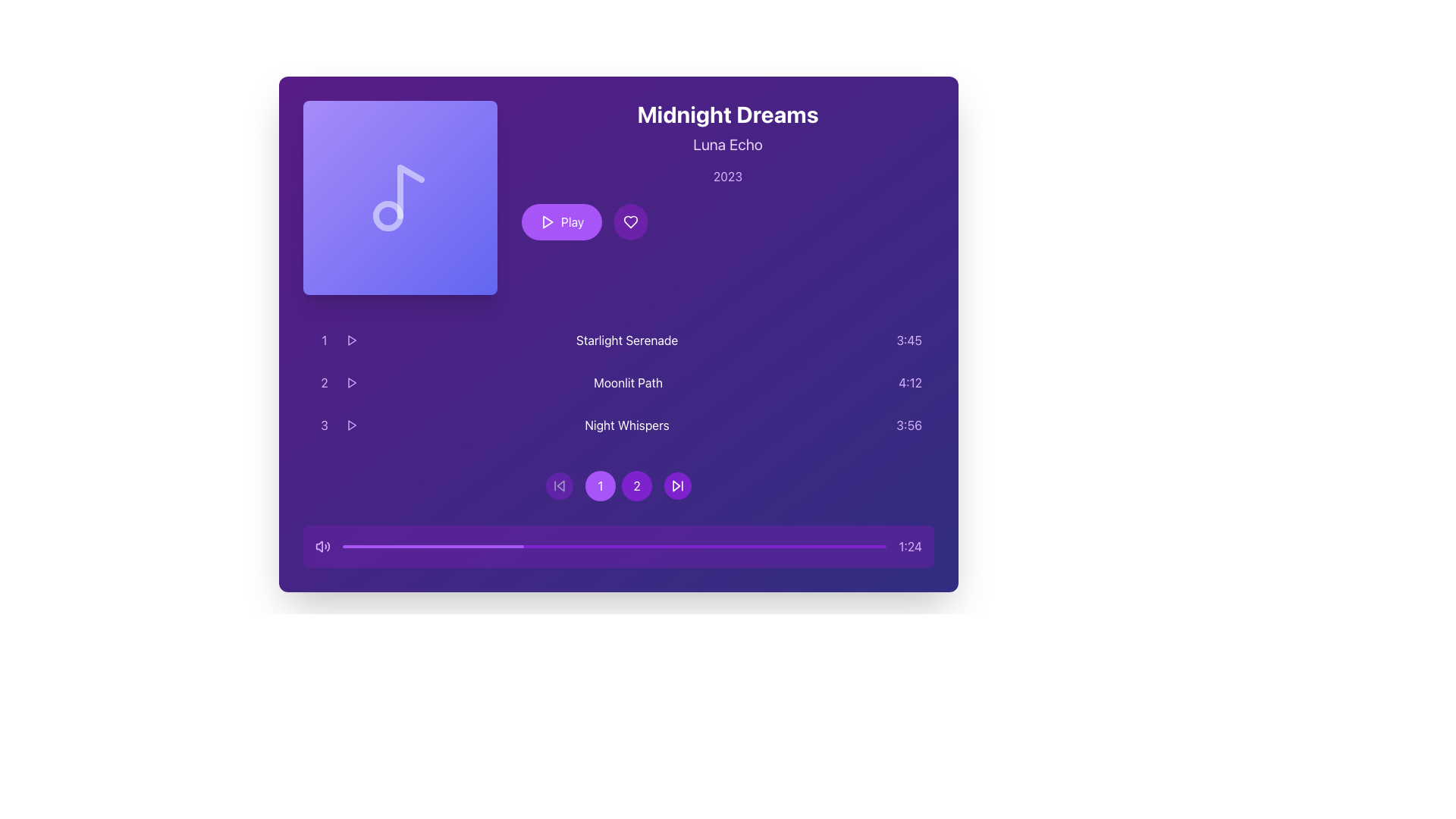 This screenshot has height=819, width=1456. Describe the element at coordinates (559, 485) in the screenshot. I see `the circular button with a purple background and a white back arrow icon to observe the hover effect` at that location.